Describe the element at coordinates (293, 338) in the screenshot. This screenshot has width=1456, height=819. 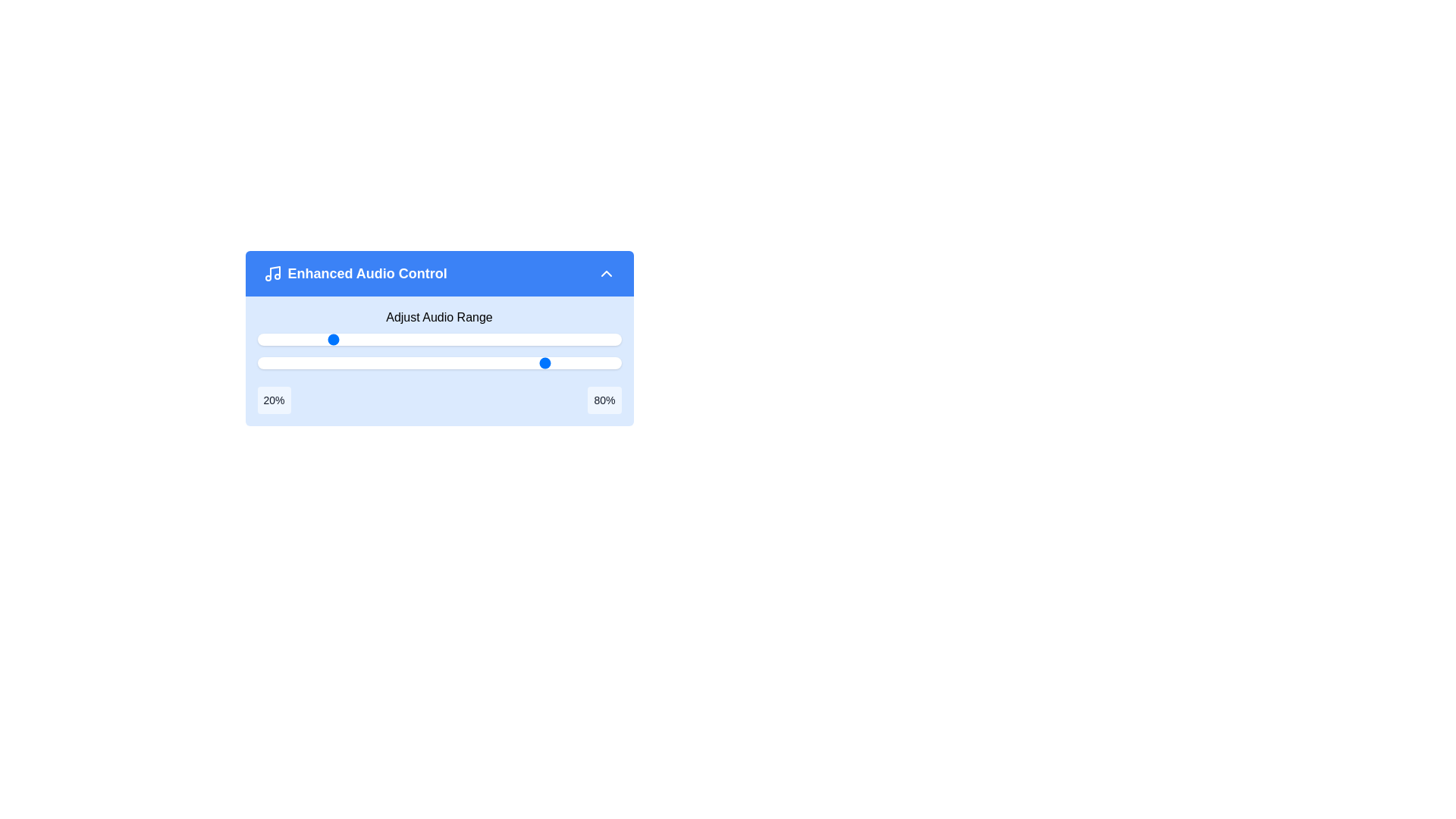
I see `the slider value` at that location.